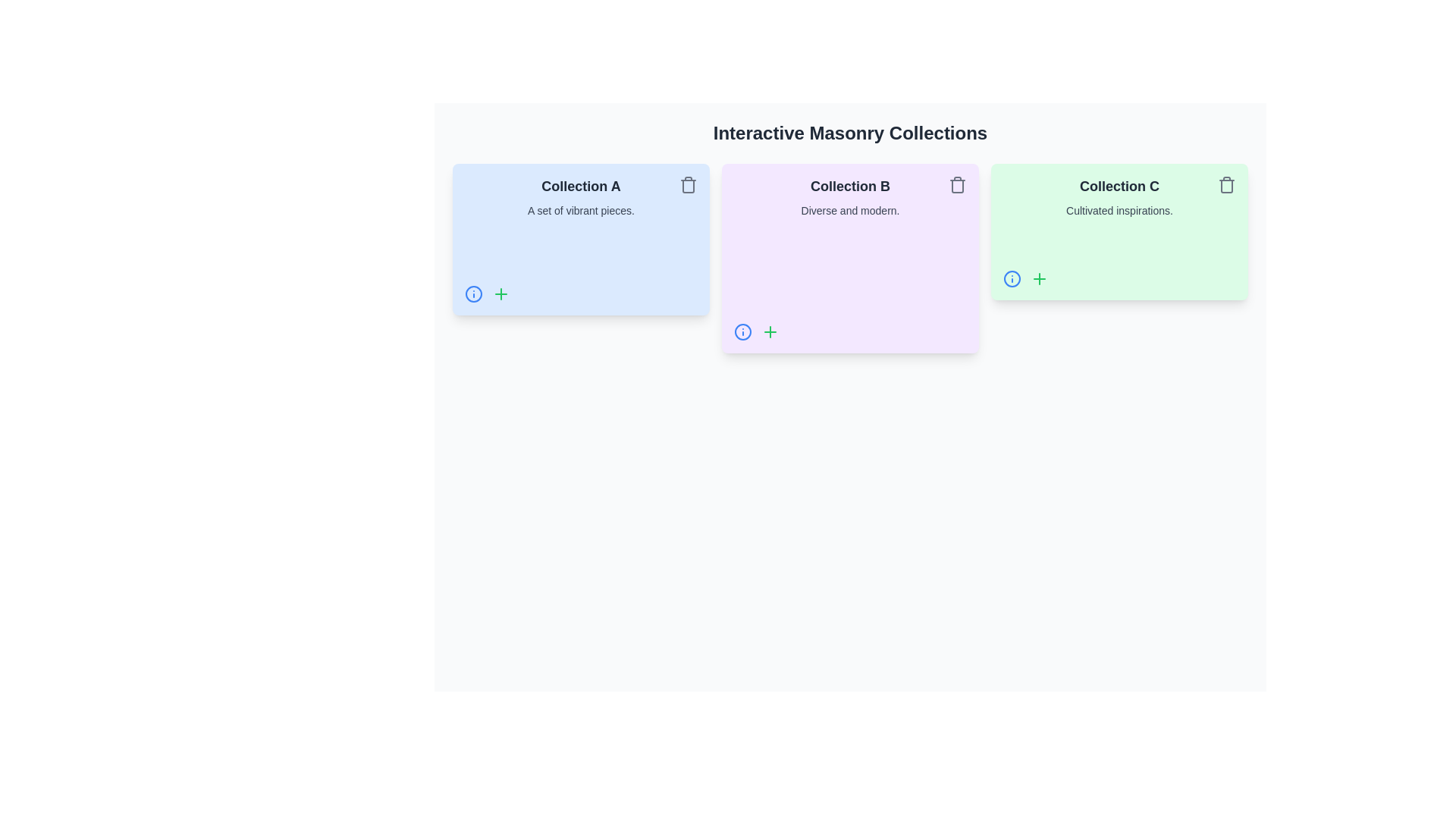 The width and height of the screenshot is (1456, 819). Describe the element at coordinates (488, 294) in the screenshot. I see `the 'info' icon located at the bottom-left corner of the 'Collection A' card` at that location.